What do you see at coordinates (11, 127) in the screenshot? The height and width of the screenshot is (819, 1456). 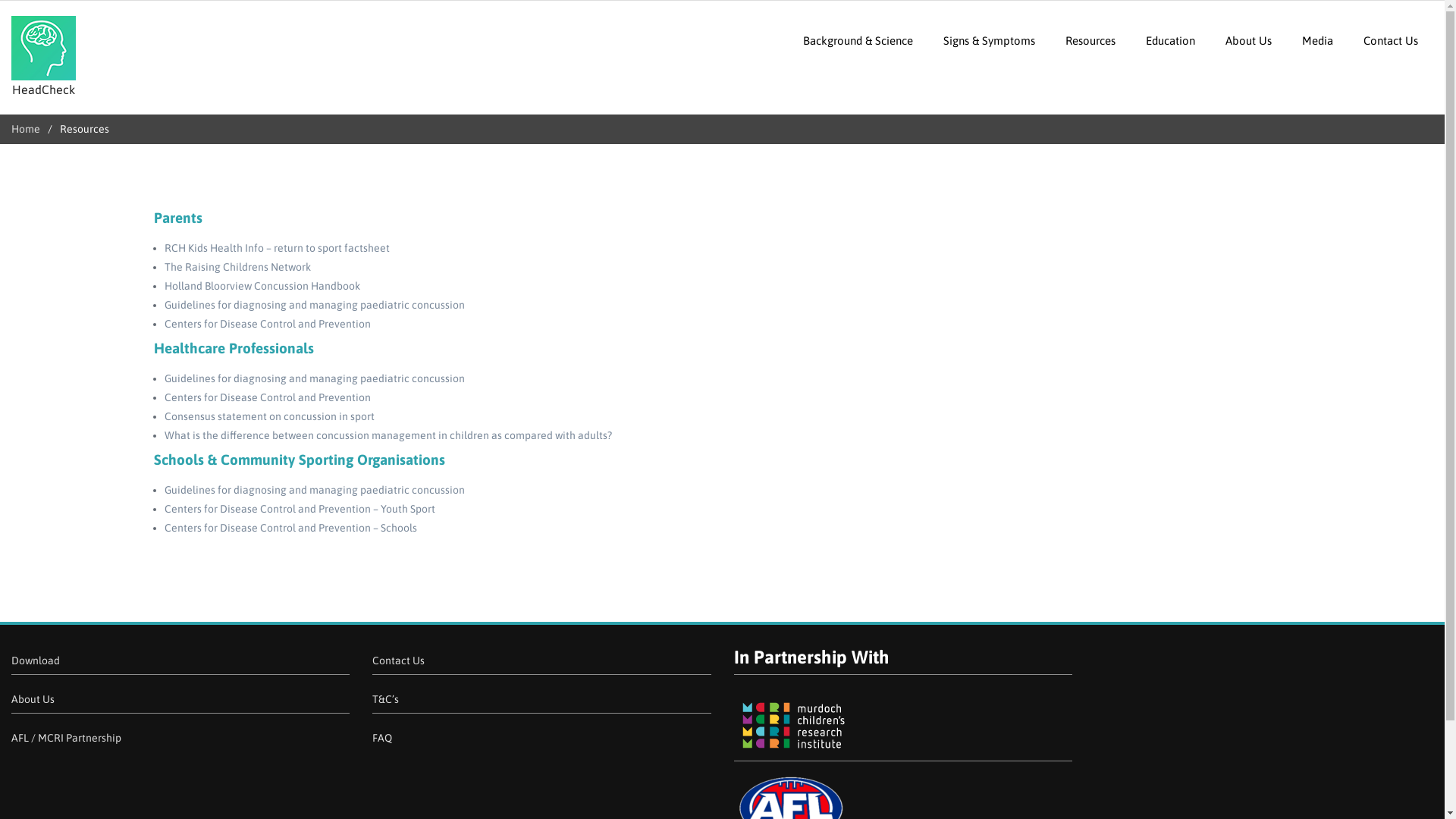 I see `'Home'` at bounding box center [11, 127].